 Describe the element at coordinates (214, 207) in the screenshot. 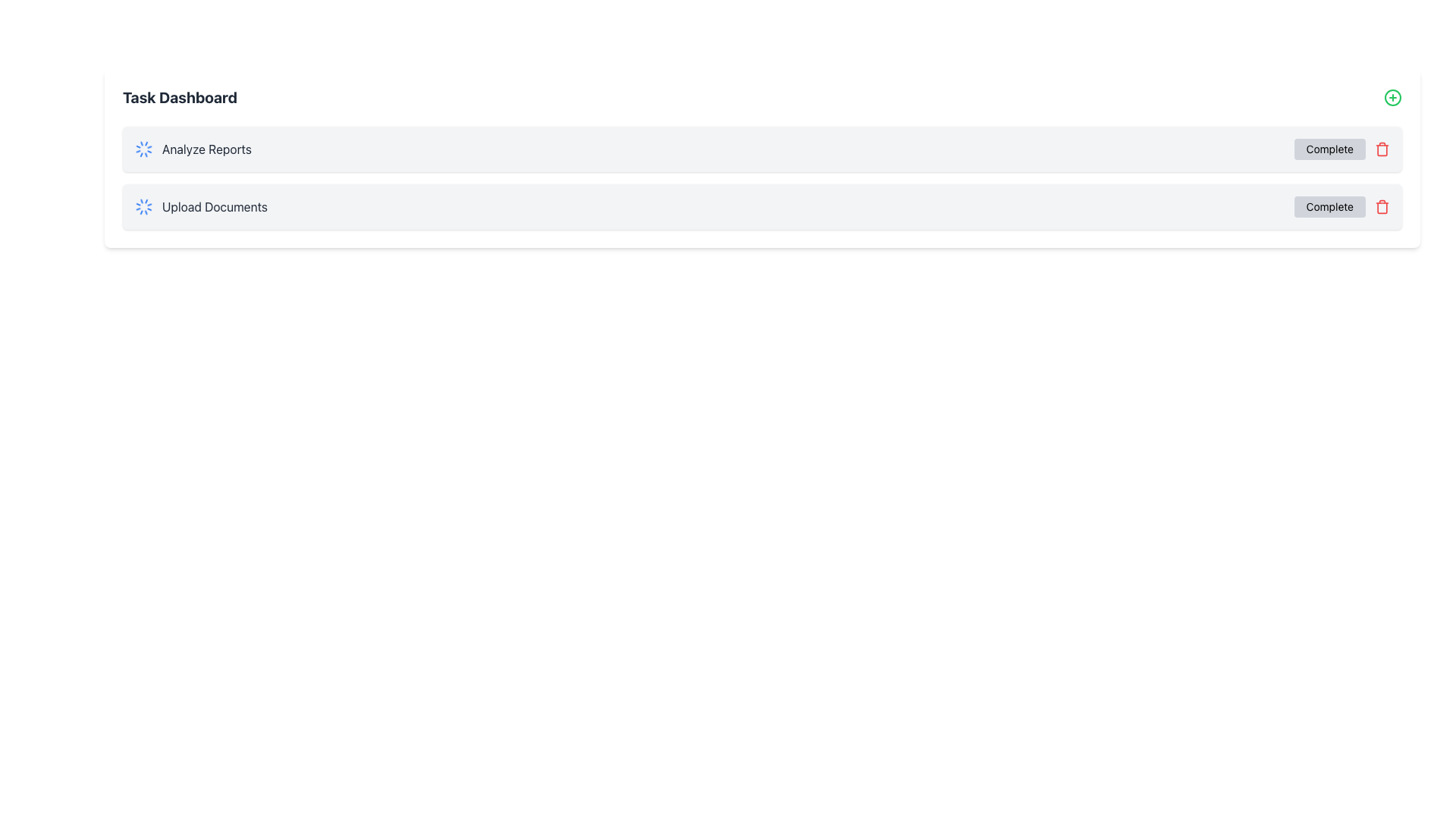

I see `the static text element displaying 'Upload Documents' in gray color, located below the 'Analyze Reports' section` at that location.